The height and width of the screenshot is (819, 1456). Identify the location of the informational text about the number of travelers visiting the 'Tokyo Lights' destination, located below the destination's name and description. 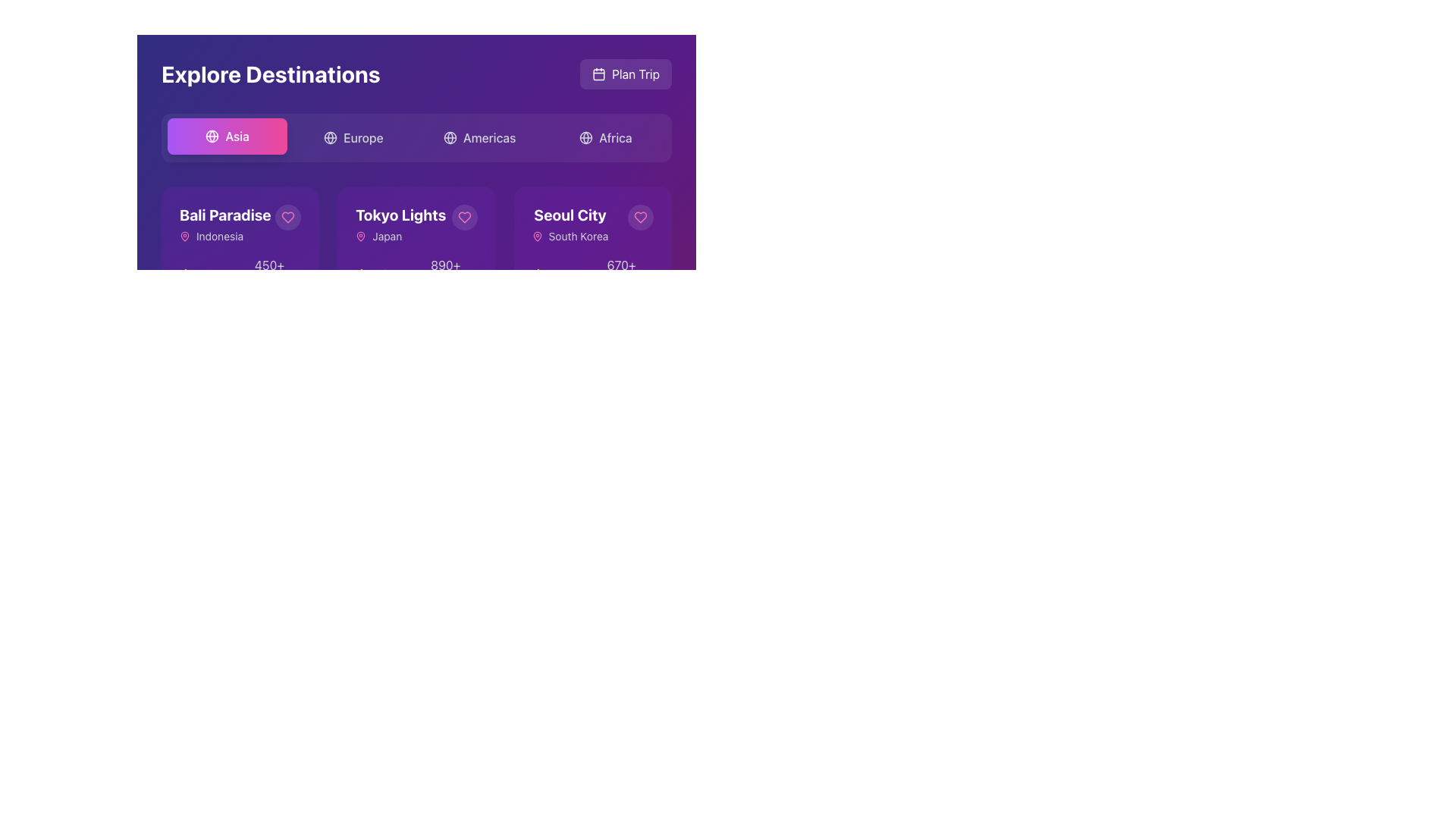
(438, 275).